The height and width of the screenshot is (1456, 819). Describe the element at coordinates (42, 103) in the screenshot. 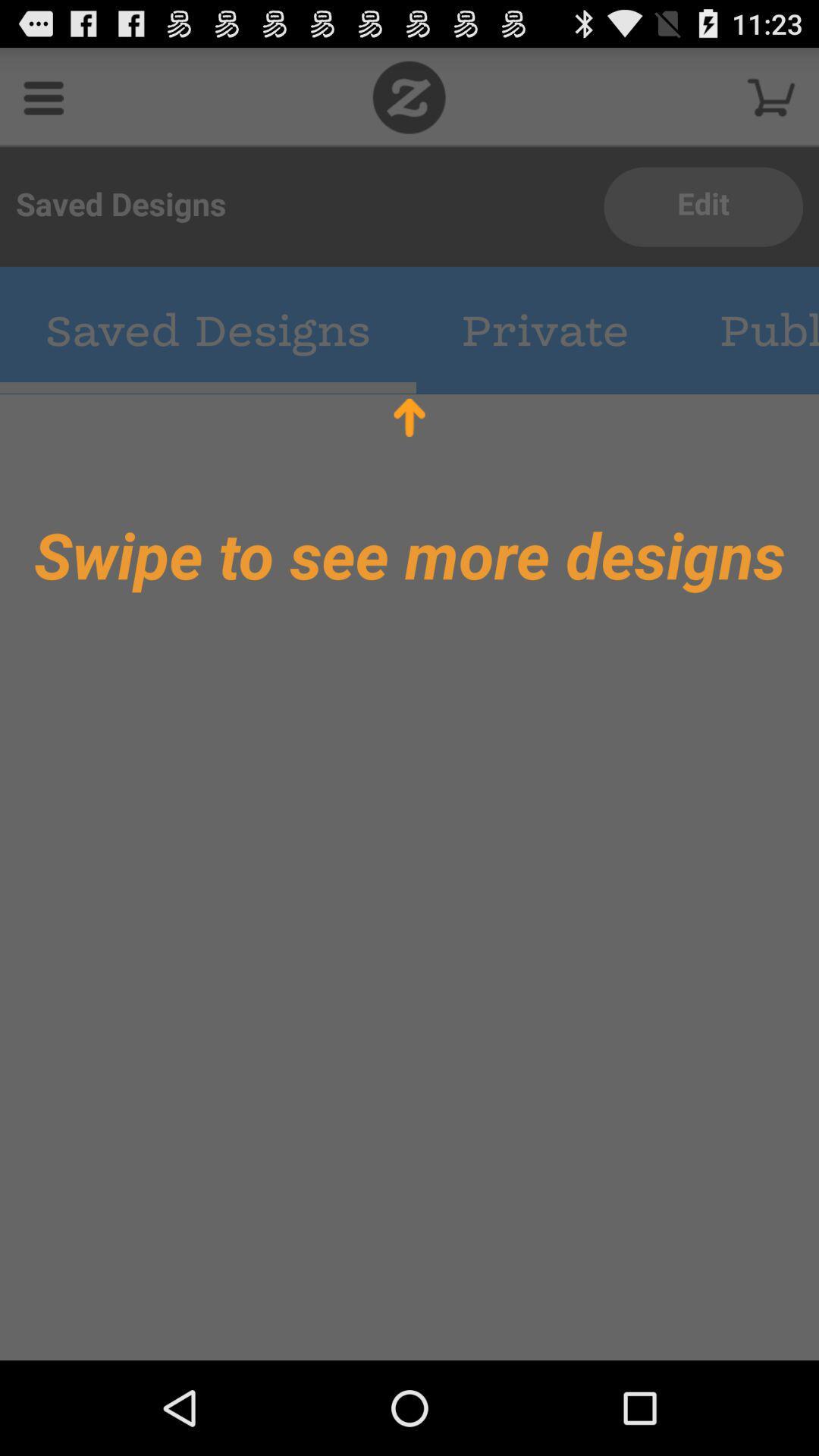

I see `the menu icon` at that location.